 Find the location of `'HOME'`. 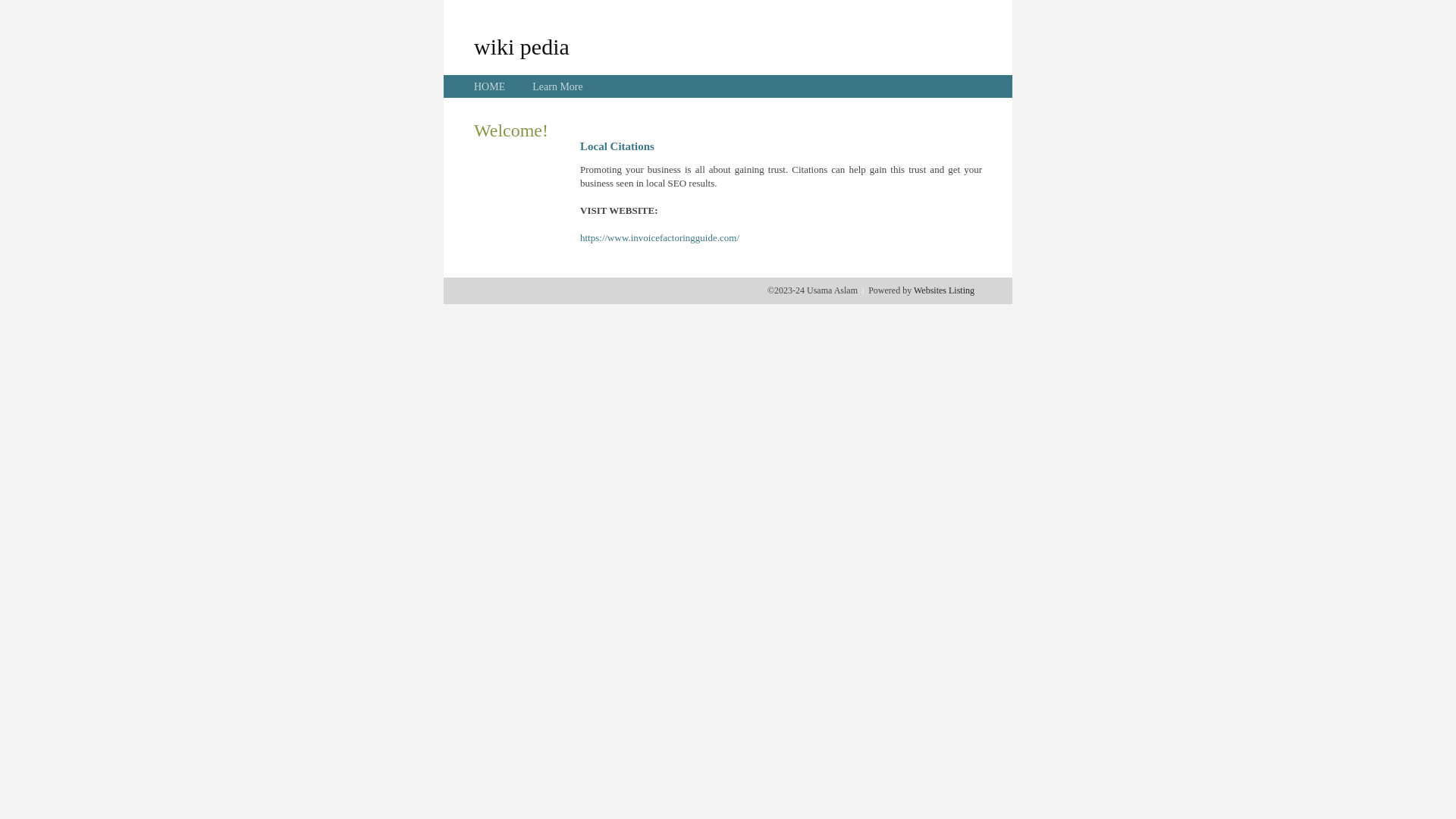

'HOME' is located at coordinates (472, 86).